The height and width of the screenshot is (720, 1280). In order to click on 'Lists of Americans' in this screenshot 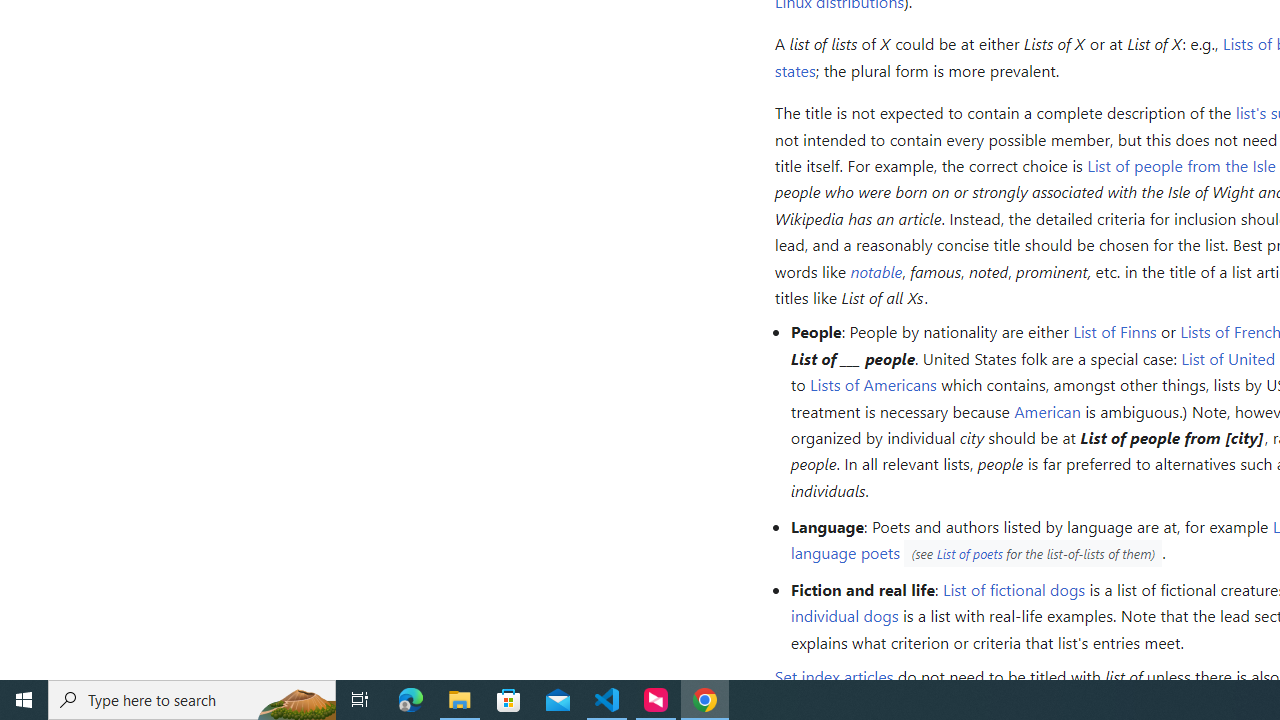, I will do `click(873, 384)`.